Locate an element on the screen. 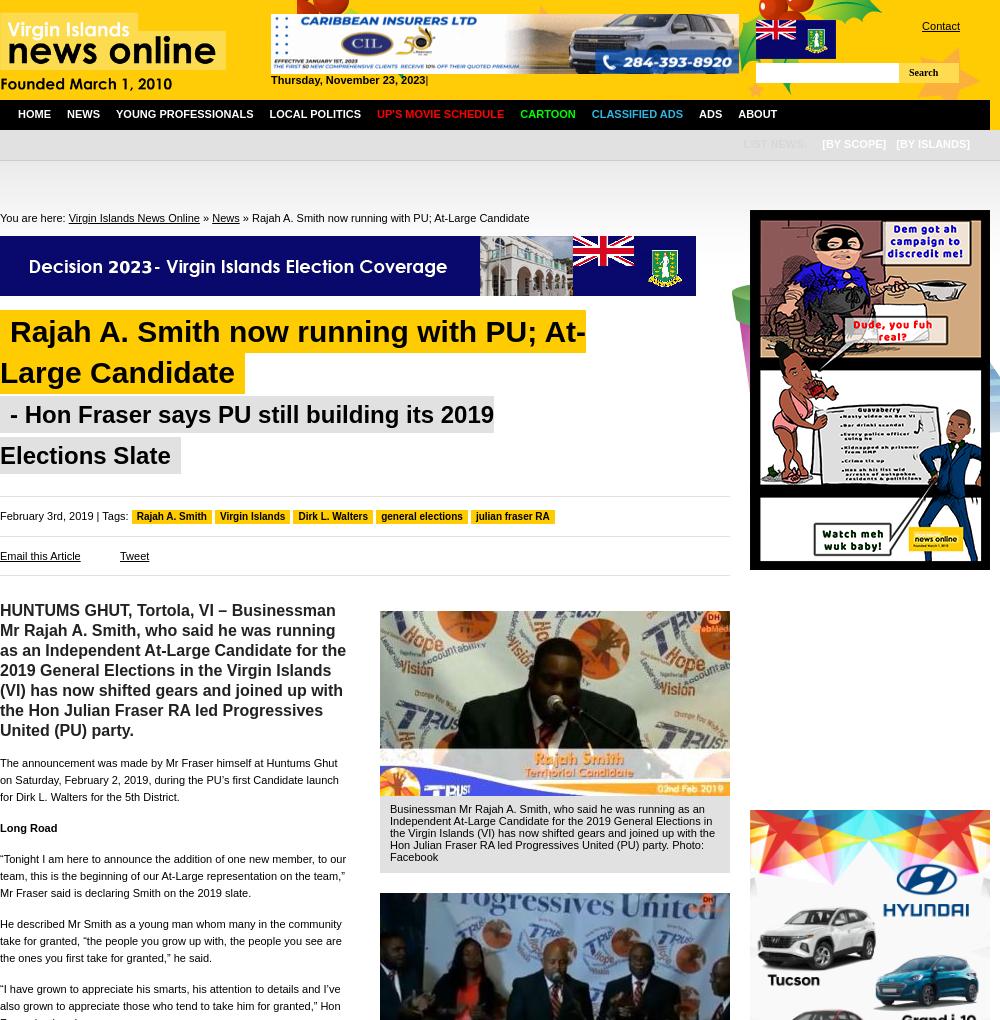 The image size is (1000, 1020). '- Hon Fraser says PU still building its 2019 Elections Slate' is located at coordinates (246, 434).